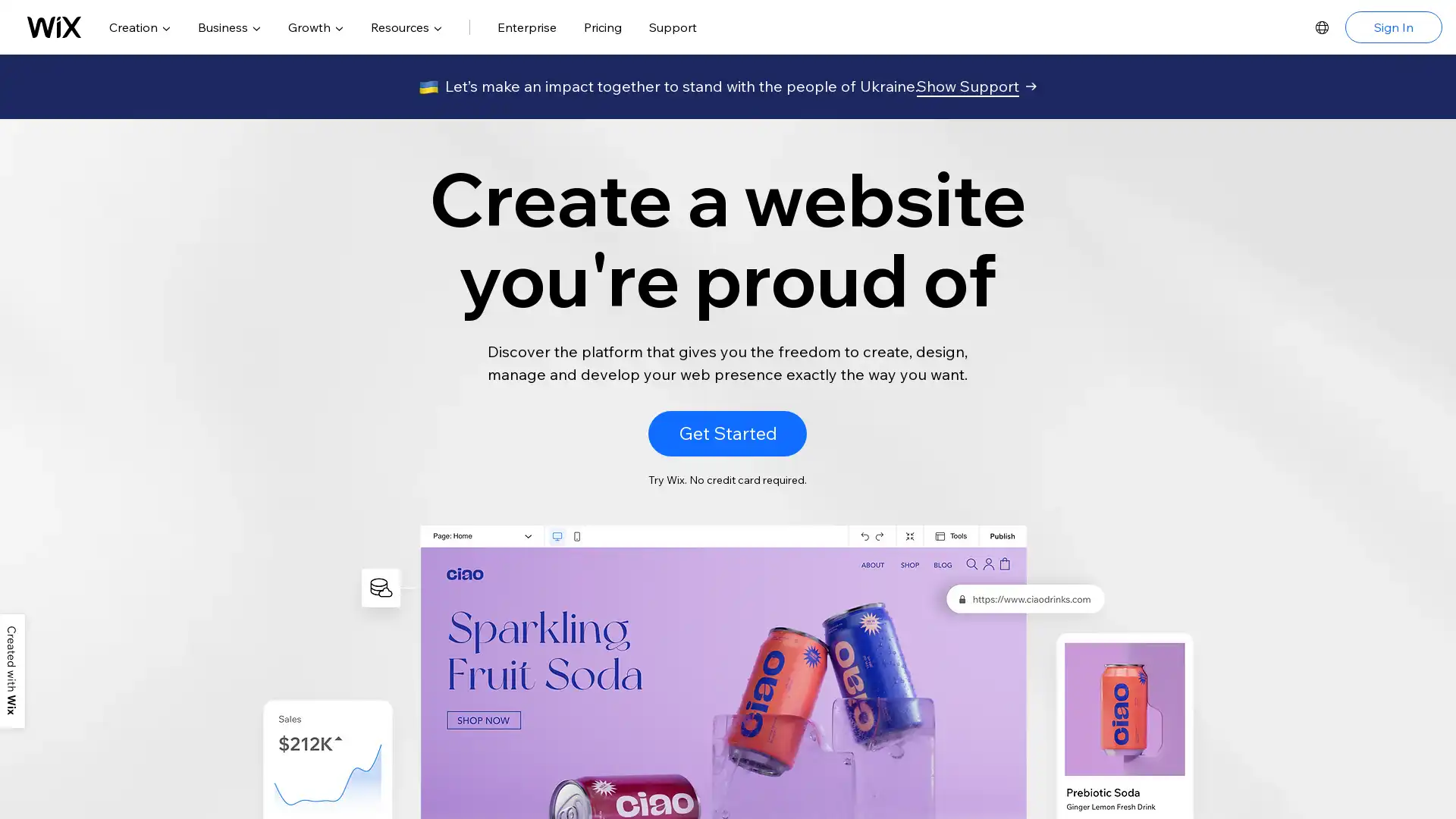 This screenshot has height=819, width=1456. I want to click on Growth, so click(315, 26).